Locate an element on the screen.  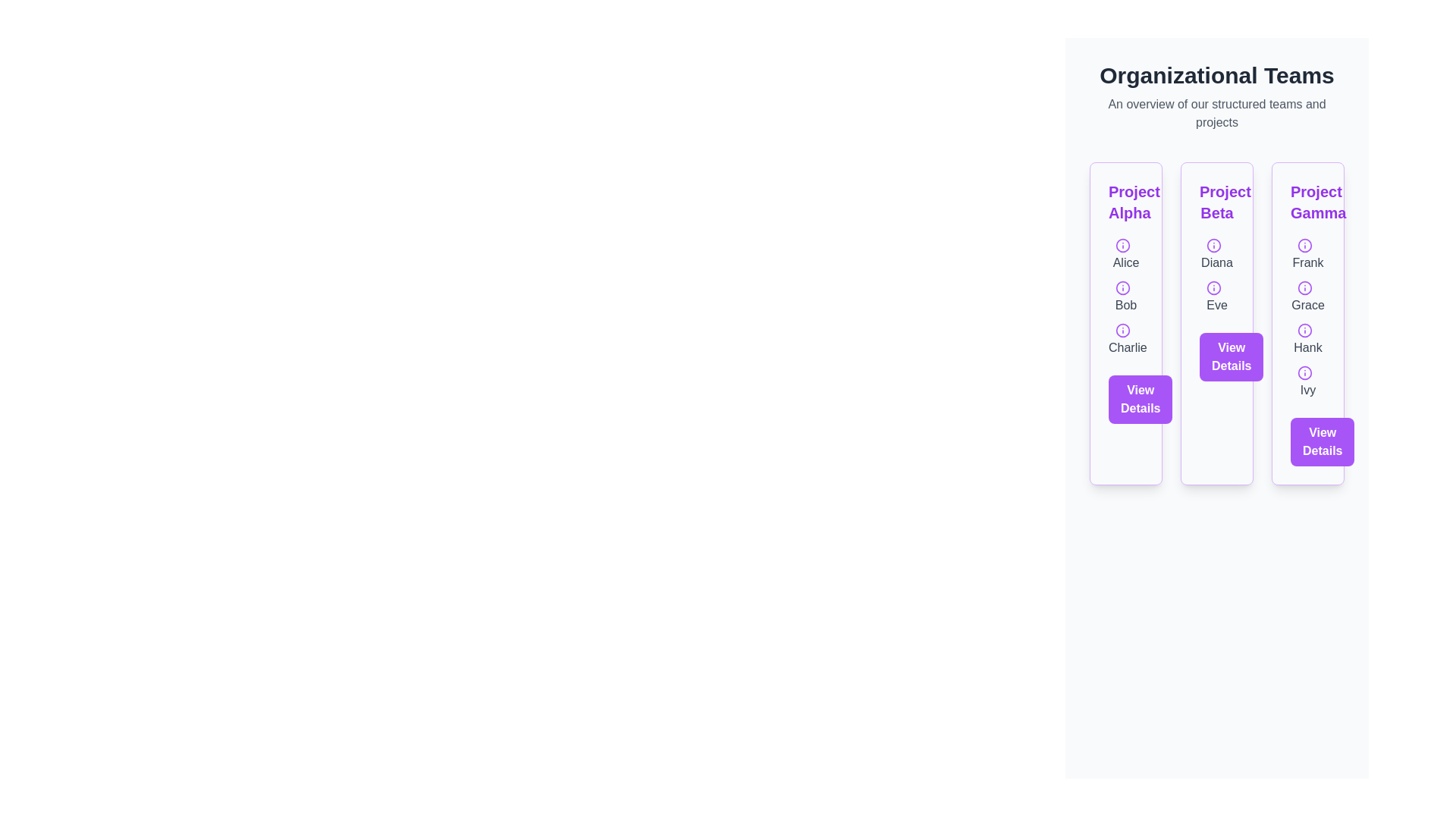
the text label that identifies a team member within the 'Project Alpha' project, located at the top of the list in the leftmost column is located at coordinates (1125, 253).